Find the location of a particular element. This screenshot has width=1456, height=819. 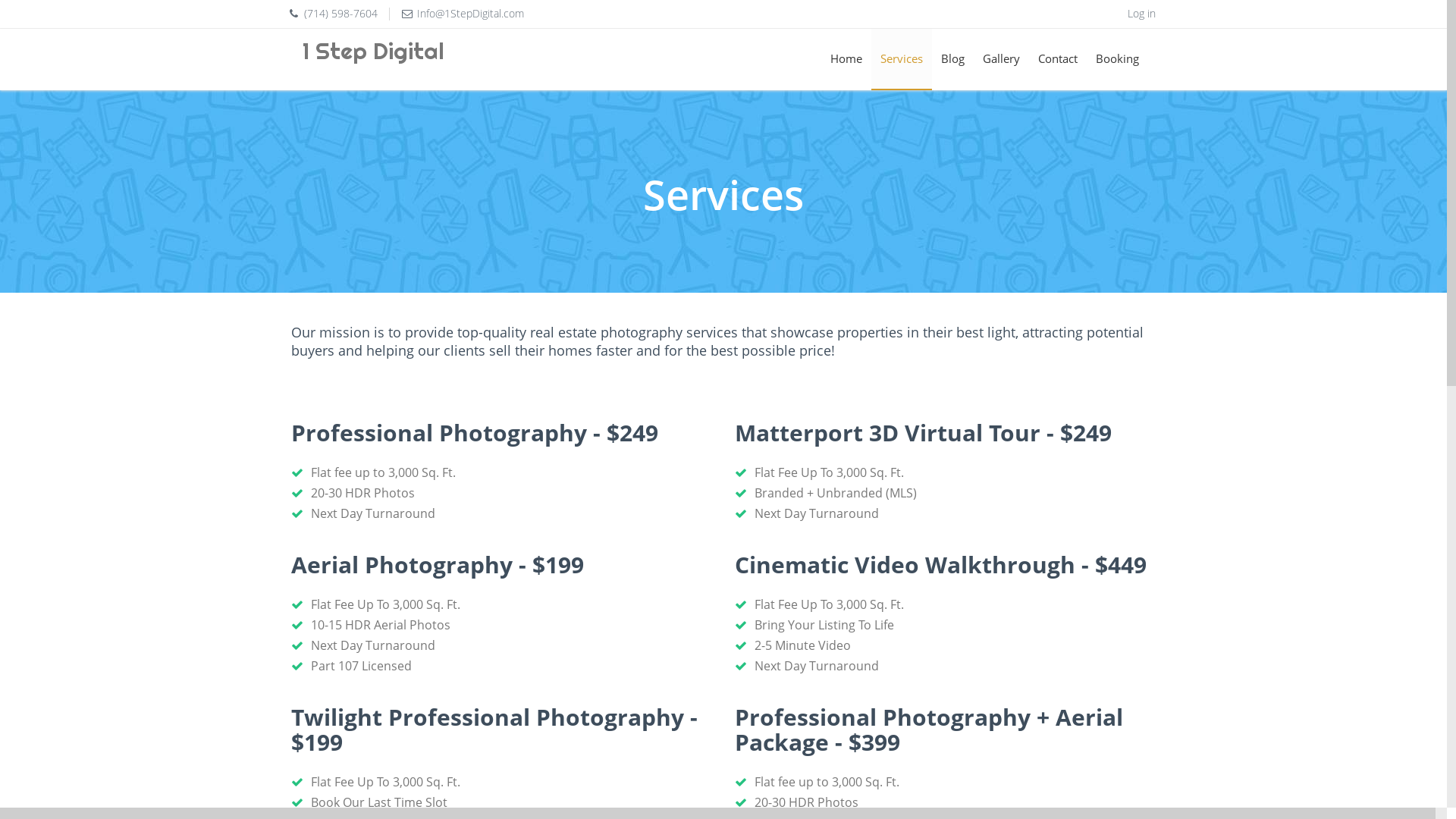

'Services' is located at coordinates (902, 58).